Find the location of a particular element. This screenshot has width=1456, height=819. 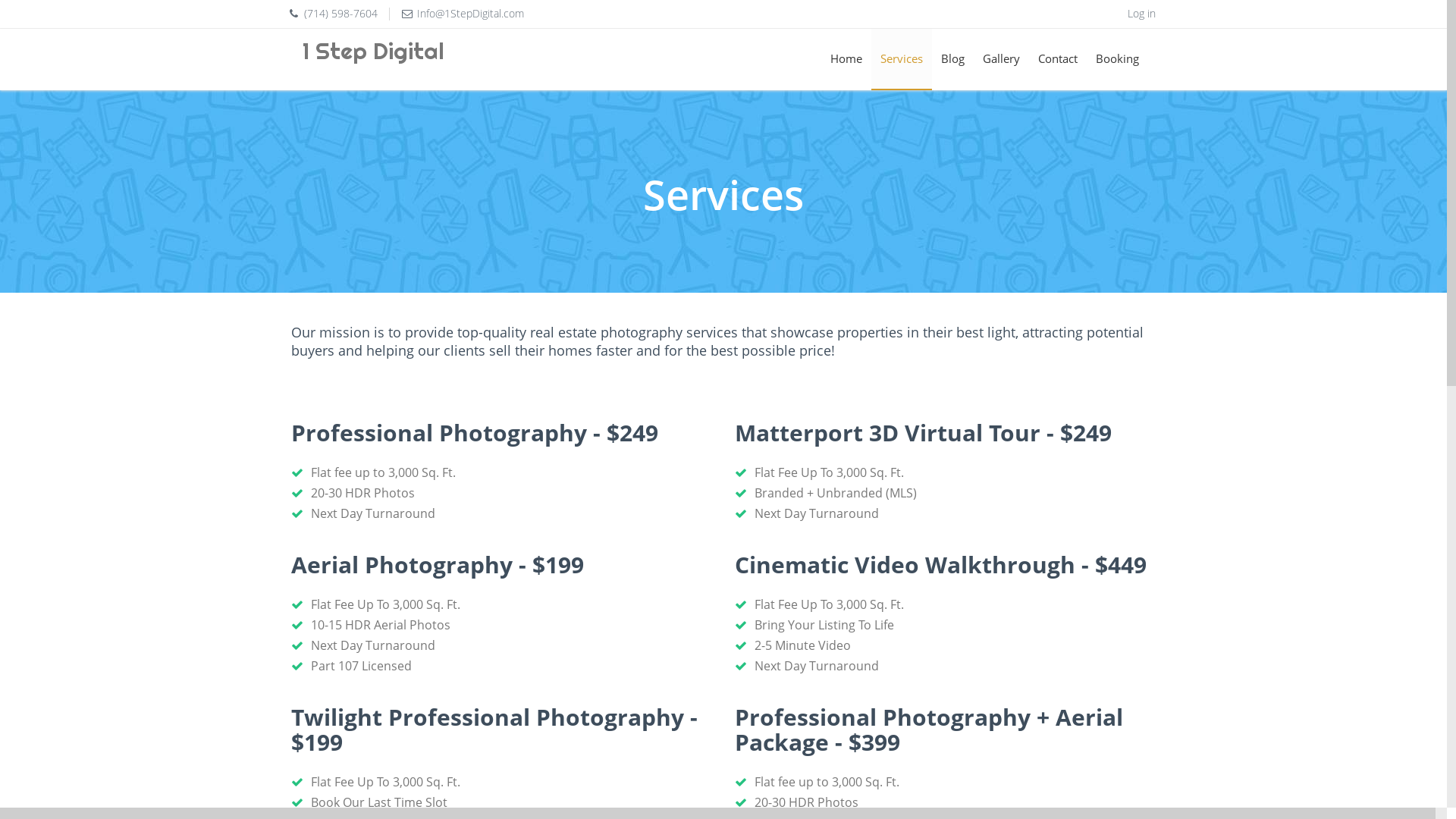

'Services' is located at coordinates (902, 58).